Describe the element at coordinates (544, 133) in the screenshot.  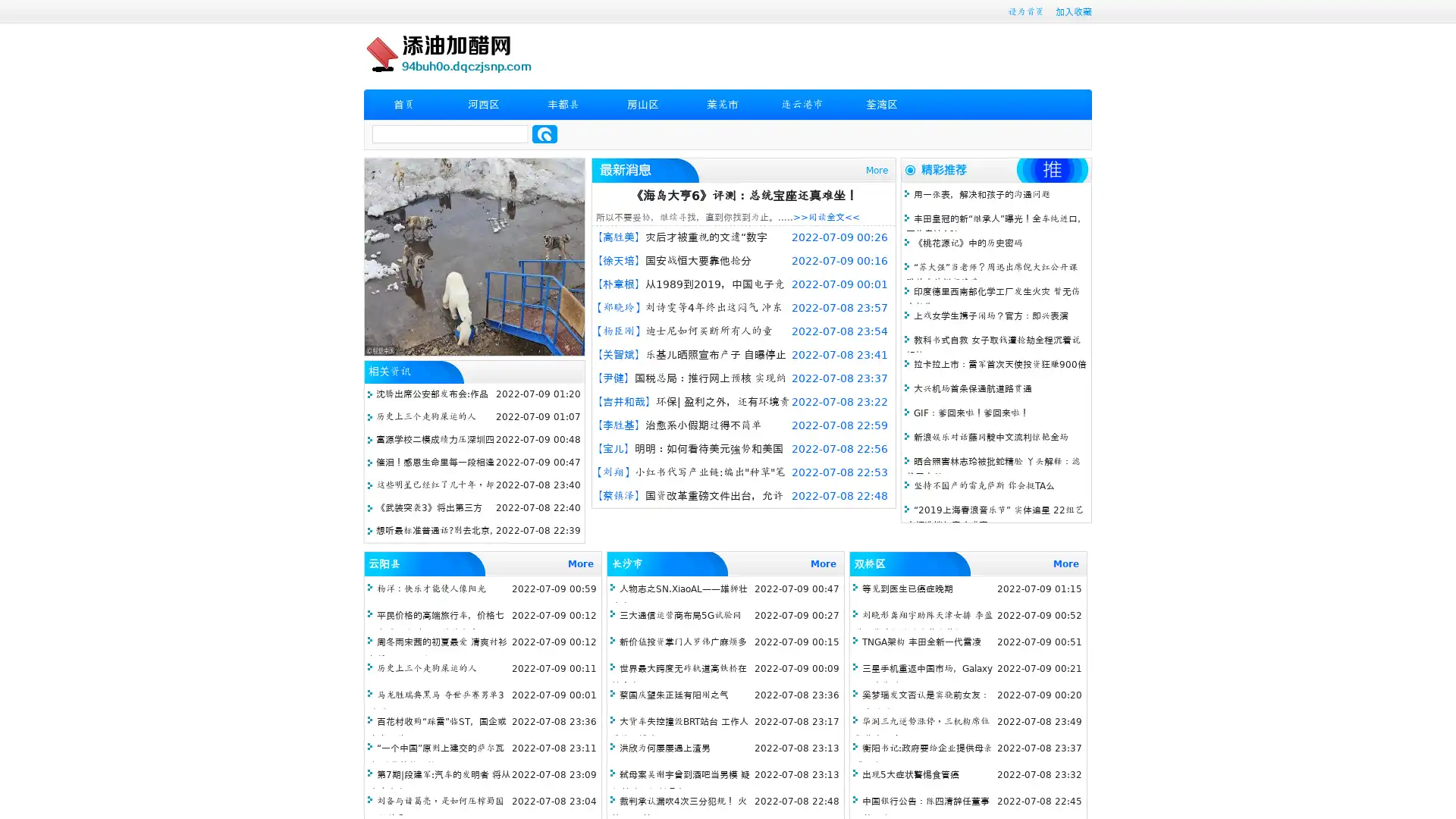
I see `Search` at that location.